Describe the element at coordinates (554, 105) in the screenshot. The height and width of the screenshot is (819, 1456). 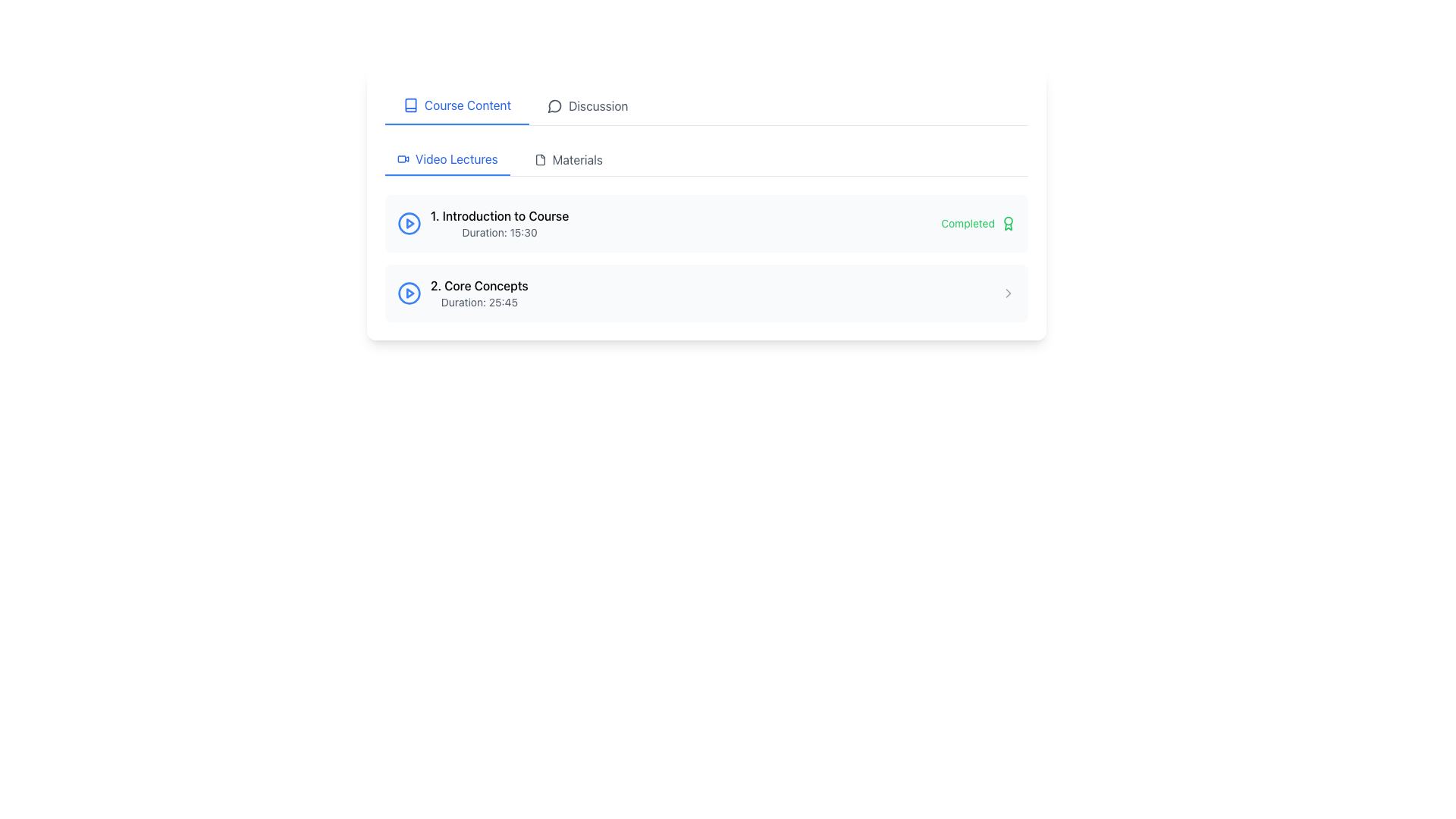
I see `the 'Discussion' icon located next to the text 'Discussion' in the top navigation menu` at that location.